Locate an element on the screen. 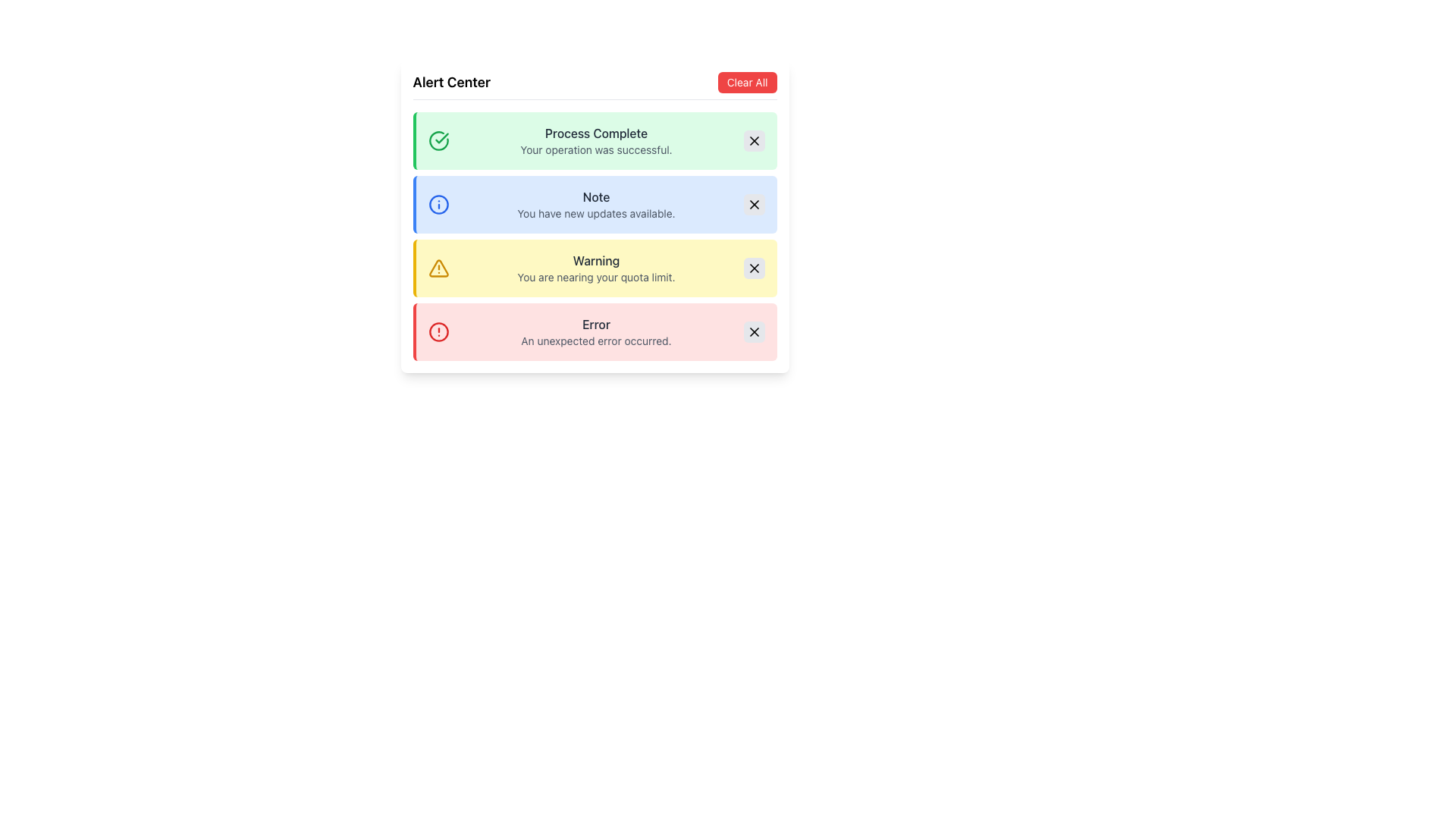  the text snippet styled in a small, gray-colored font that reads 'You have new updates available.' located beneath the heading 'Note' in a blue background section is located at coordinates (595, 213).